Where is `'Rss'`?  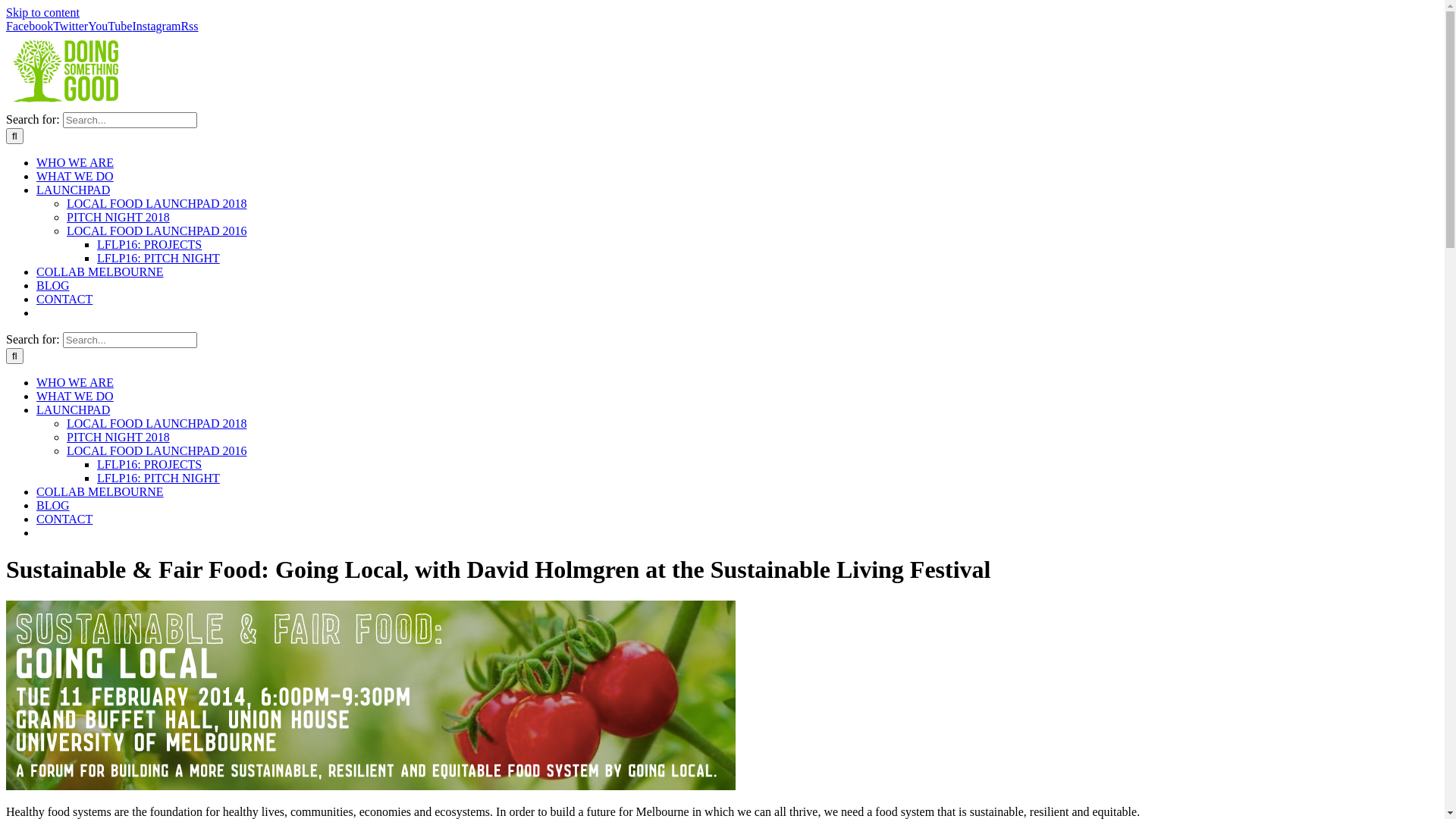
'Rss' is located at coordinates (180, 26).